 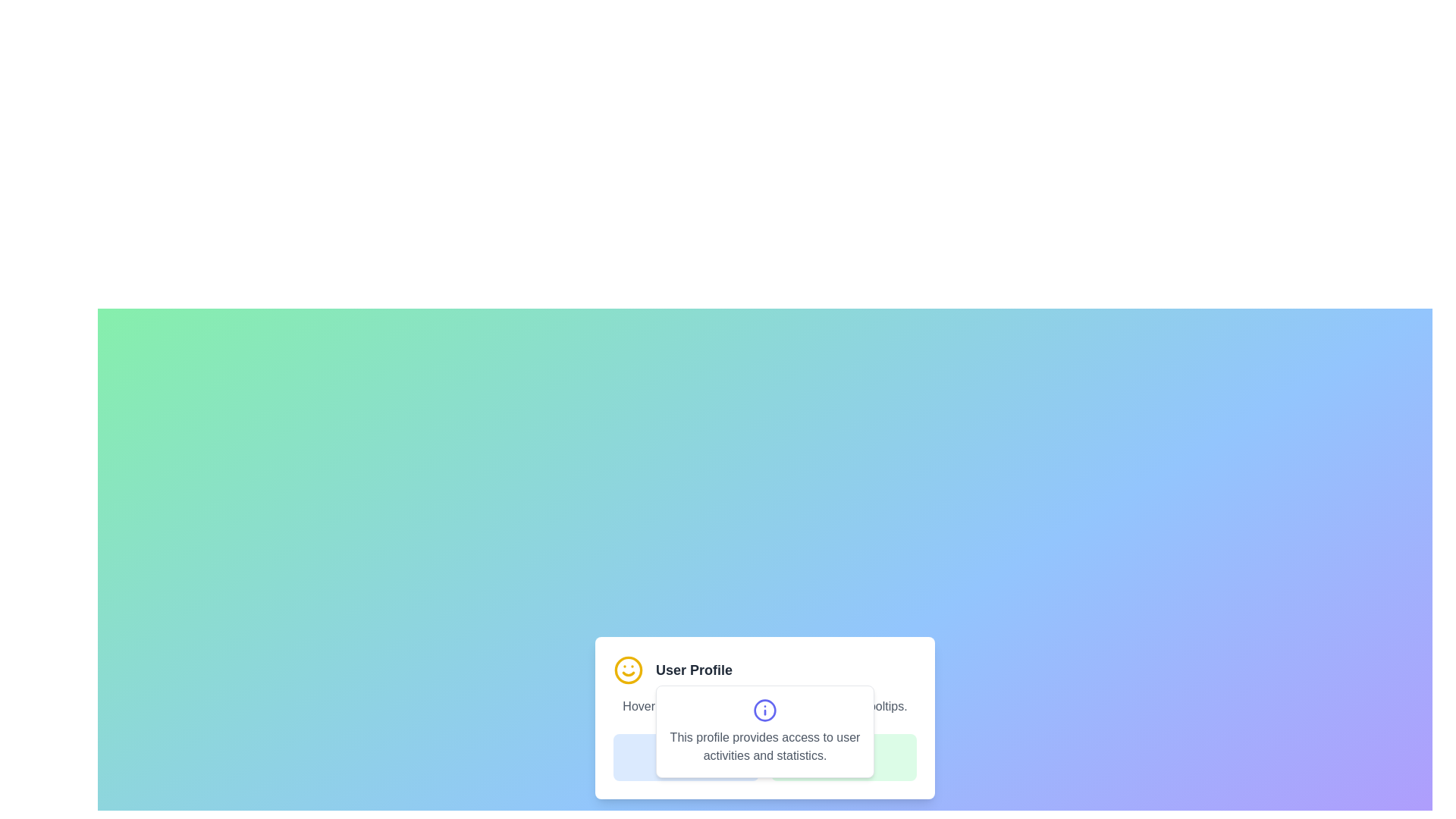 What do you see at coordinates (764, 745) in the screenshot?
I see `the informational text element located at the bottom of the tooltip in the User Profile section, which provides descriptive clarity about the profile's functionality` at bounding box center [764, 745].